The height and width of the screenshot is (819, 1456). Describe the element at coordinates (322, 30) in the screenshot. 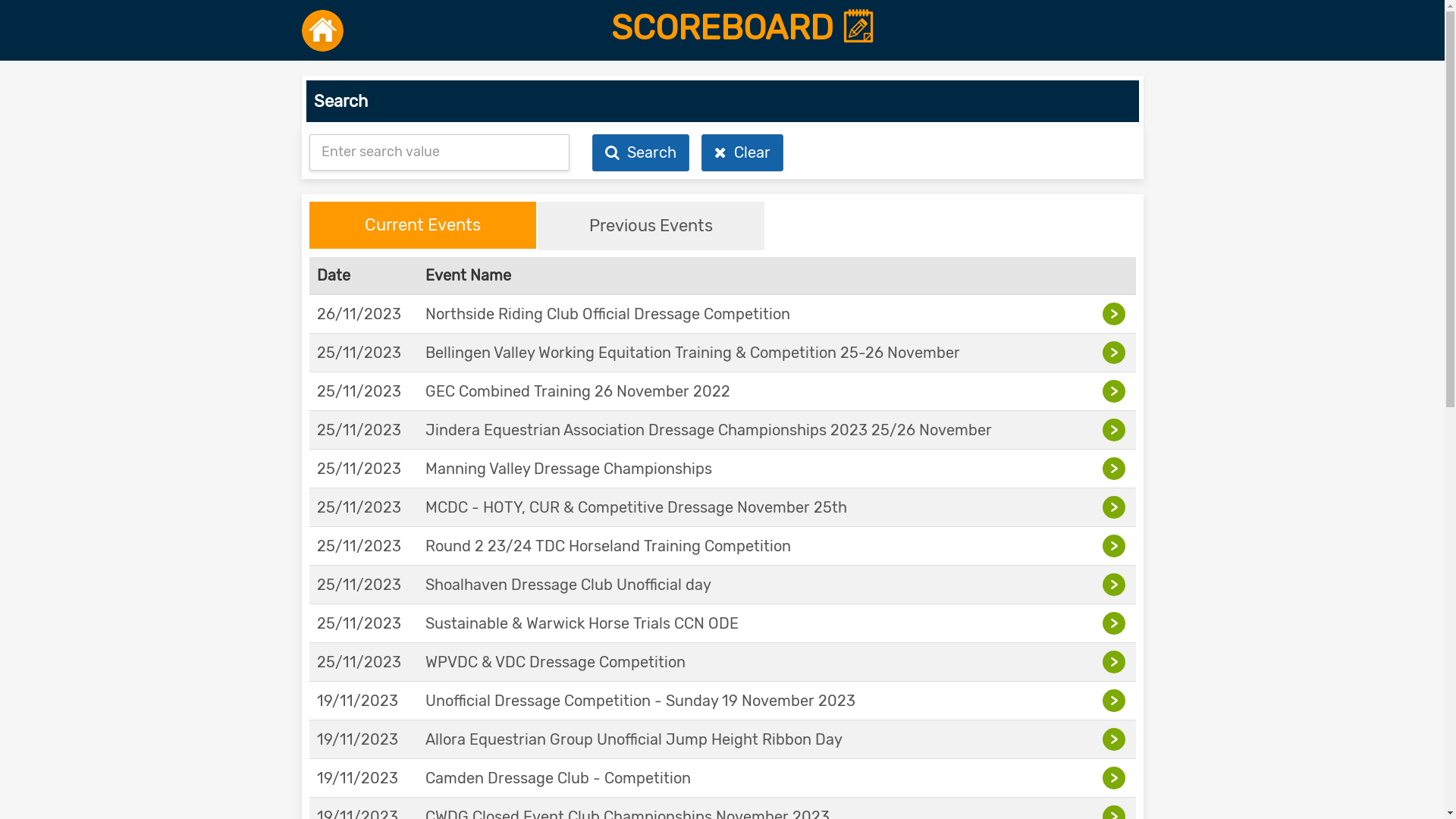

I see `'Back to Home'` at that location.